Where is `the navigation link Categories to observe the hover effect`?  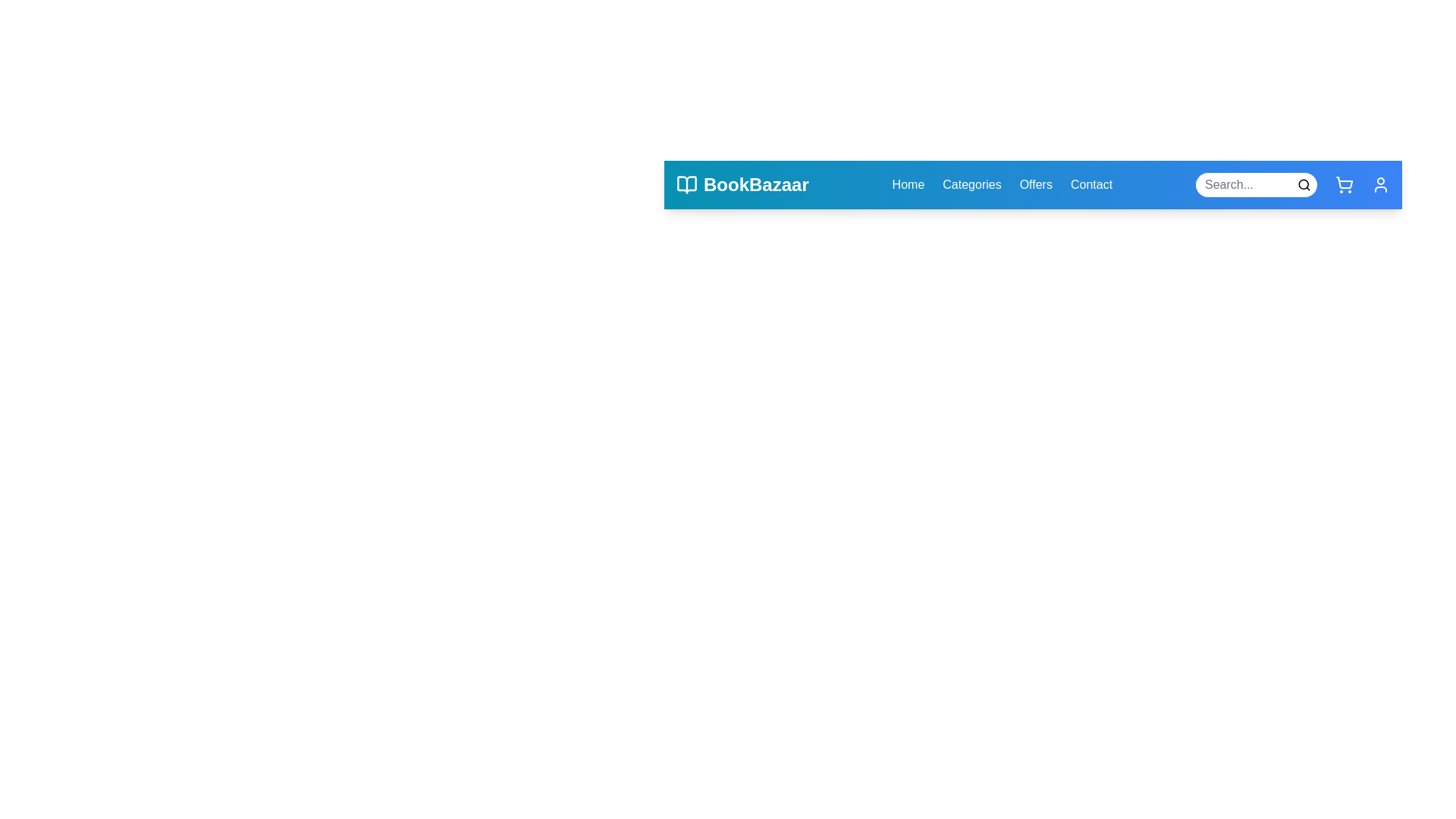
the navigation link Categories to observe the hover effect is located at coordinates (971, 184).